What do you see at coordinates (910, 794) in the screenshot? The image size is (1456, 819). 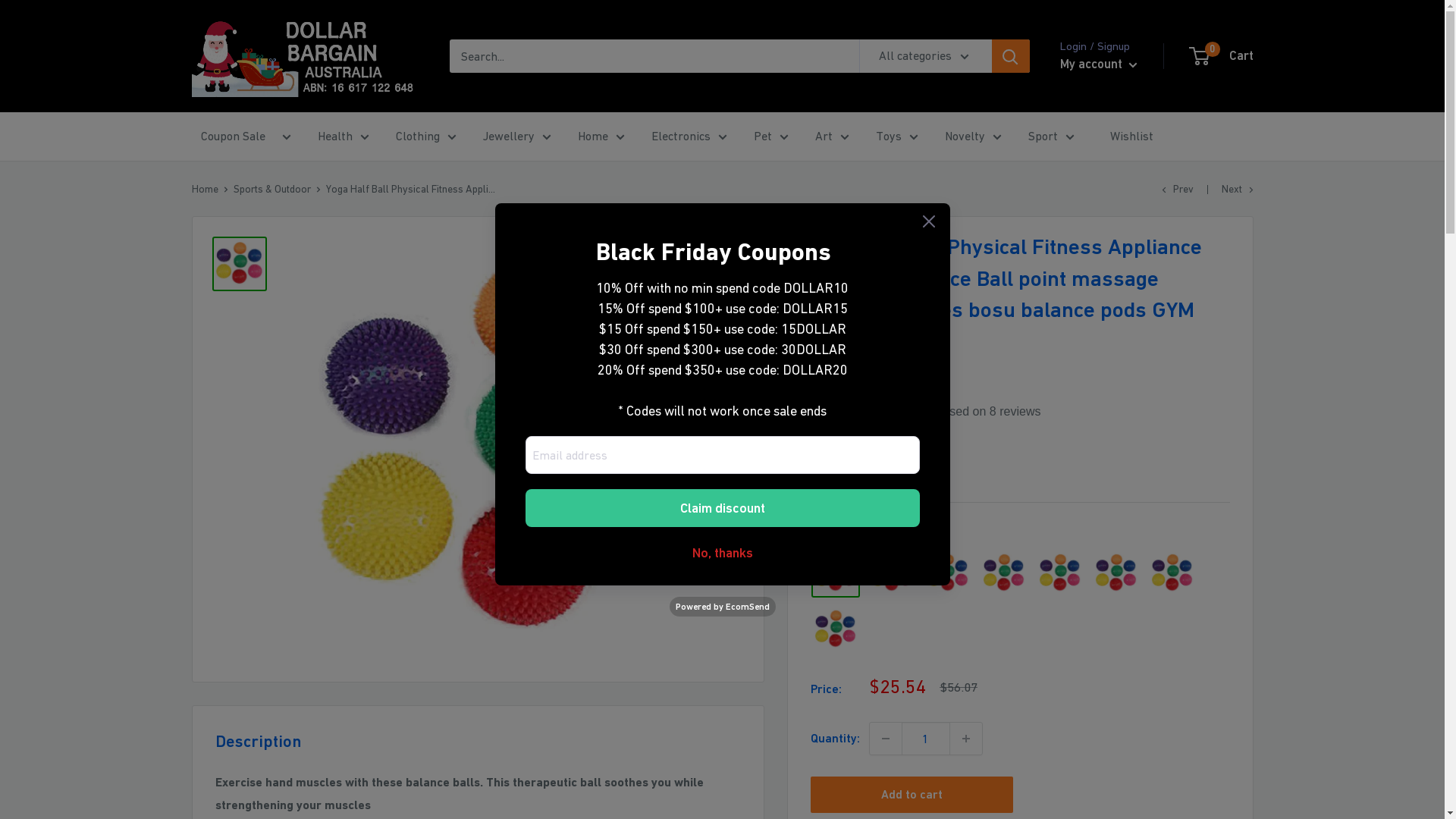 I see `'Add to cart'` at bounding box center [910, 794].